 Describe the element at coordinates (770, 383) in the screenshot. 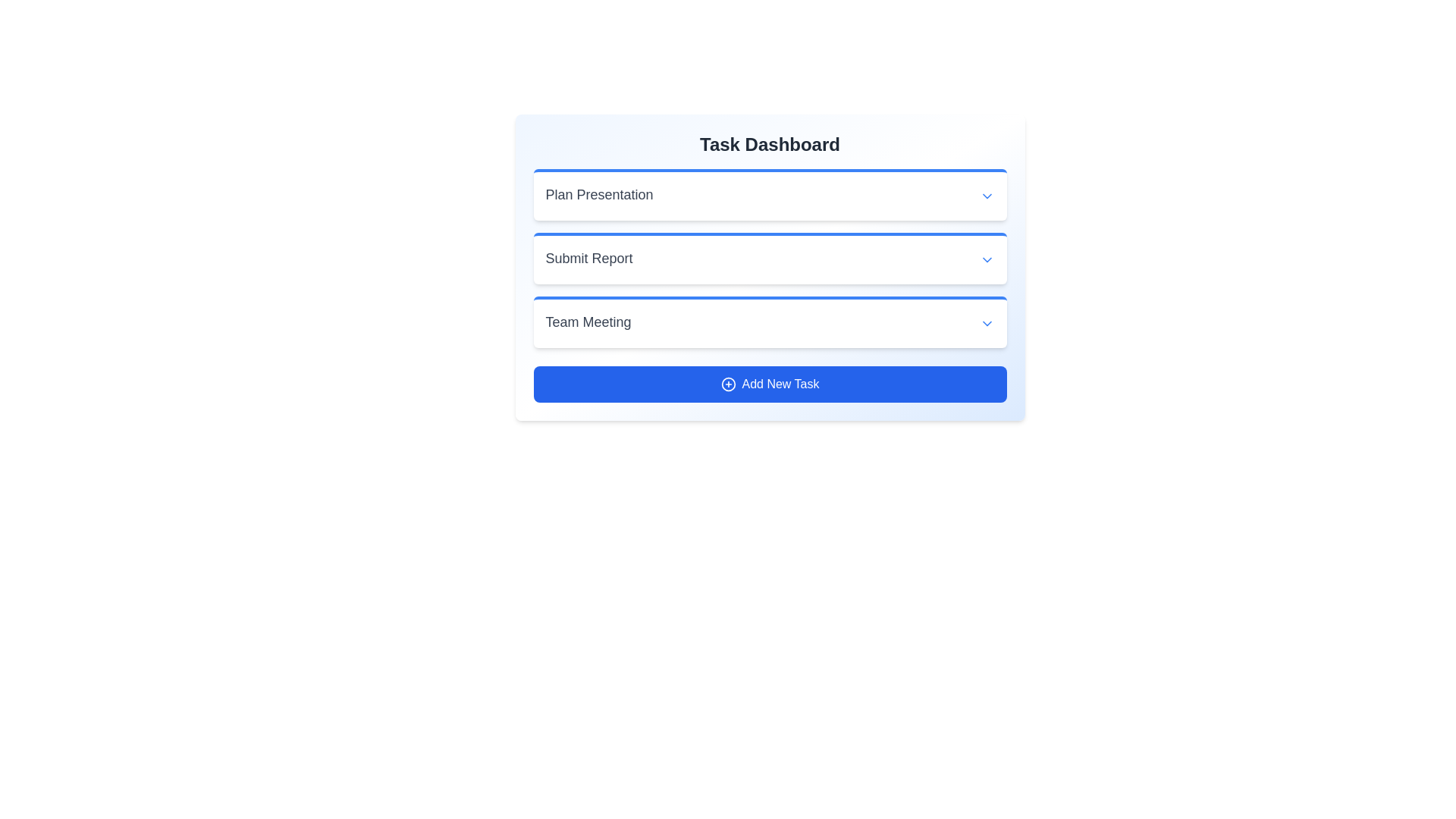

I see `the 'Add New Task' button` at that location.